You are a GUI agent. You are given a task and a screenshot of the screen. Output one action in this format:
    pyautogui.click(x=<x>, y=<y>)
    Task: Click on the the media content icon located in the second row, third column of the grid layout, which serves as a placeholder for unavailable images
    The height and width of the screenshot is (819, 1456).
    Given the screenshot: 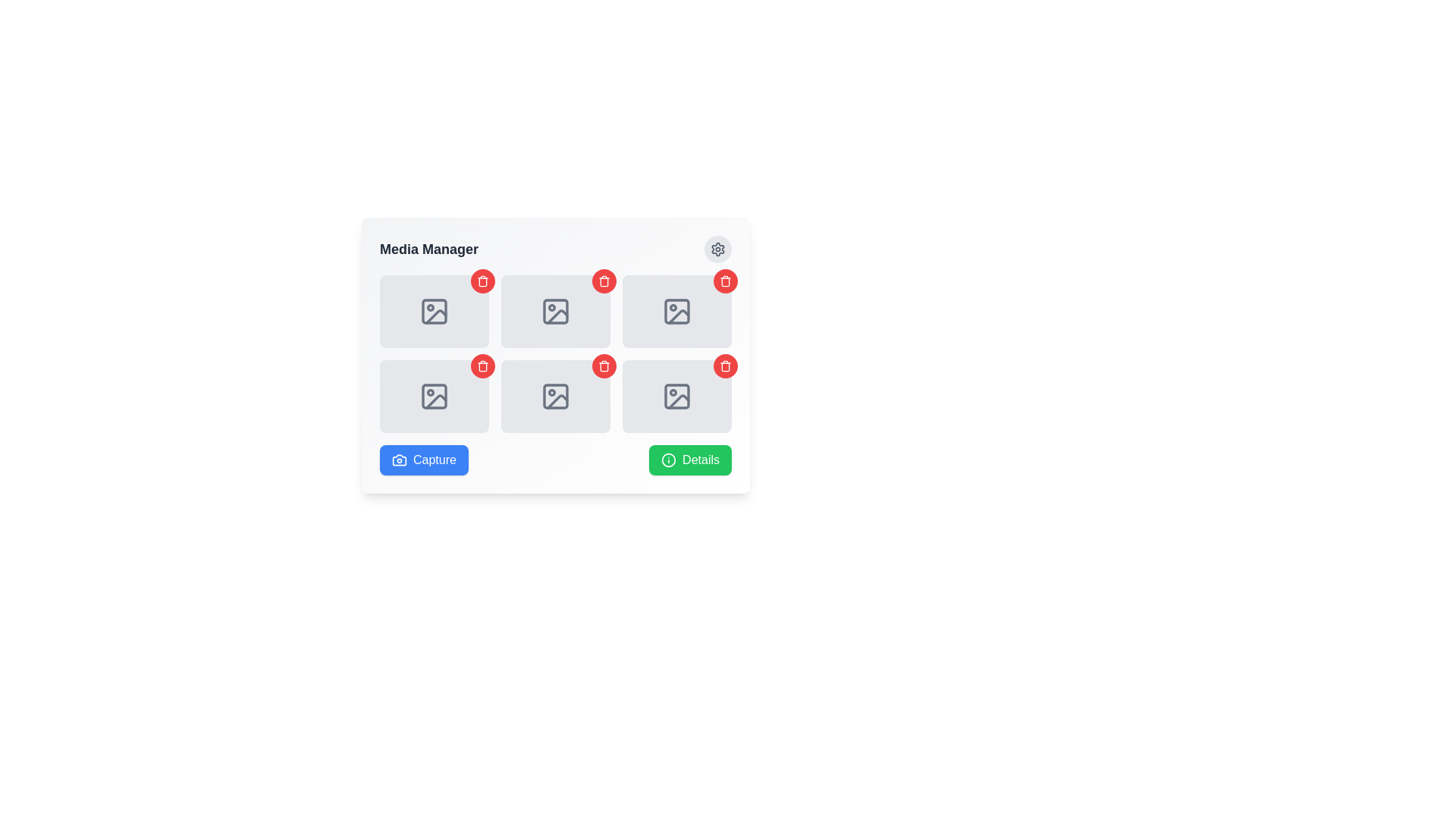 What is the action you would take?
    pyautogui.click(x=676, y=311)
    